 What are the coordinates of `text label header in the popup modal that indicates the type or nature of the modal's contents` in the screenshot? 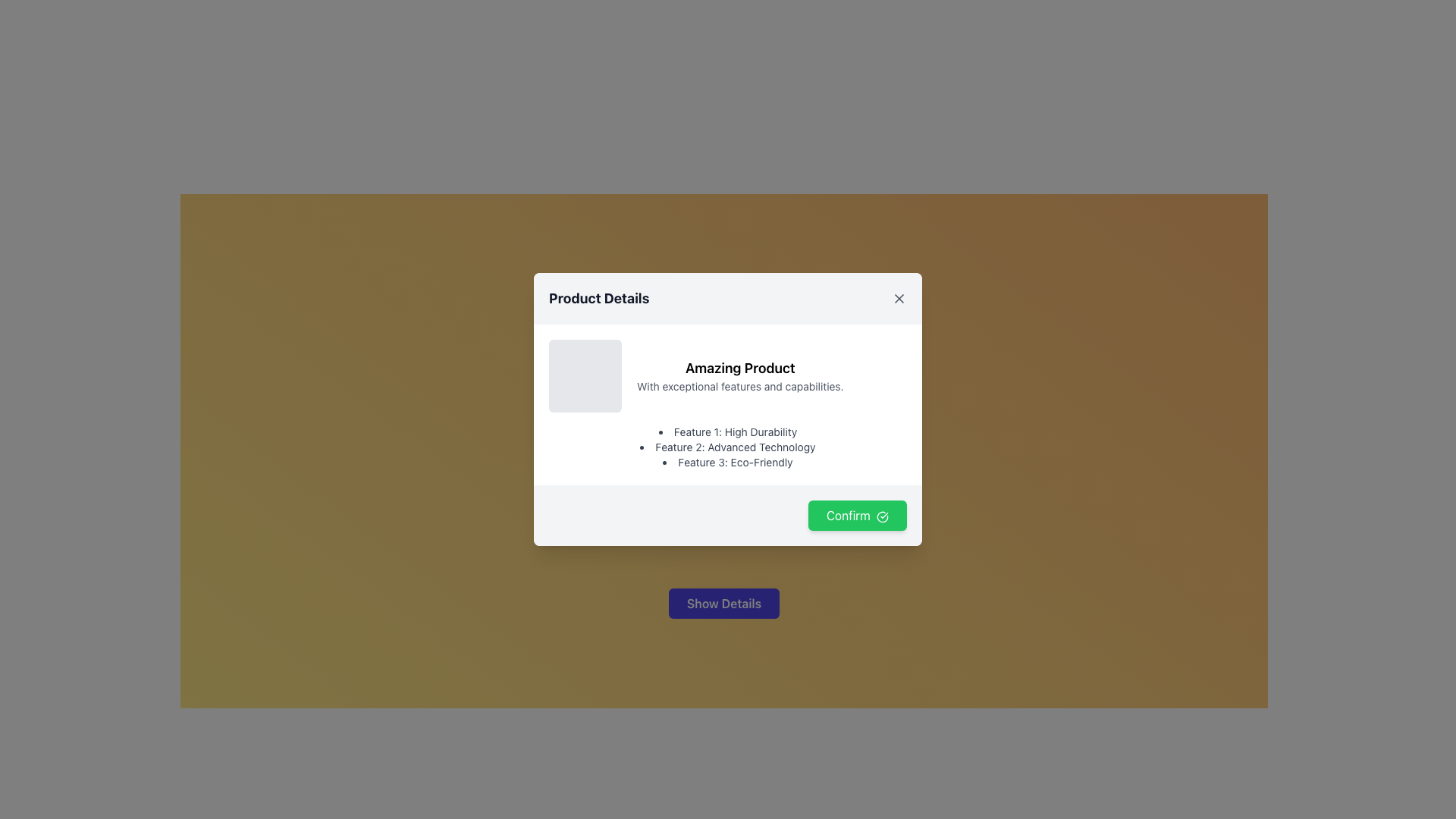 It's located at (598, 298).